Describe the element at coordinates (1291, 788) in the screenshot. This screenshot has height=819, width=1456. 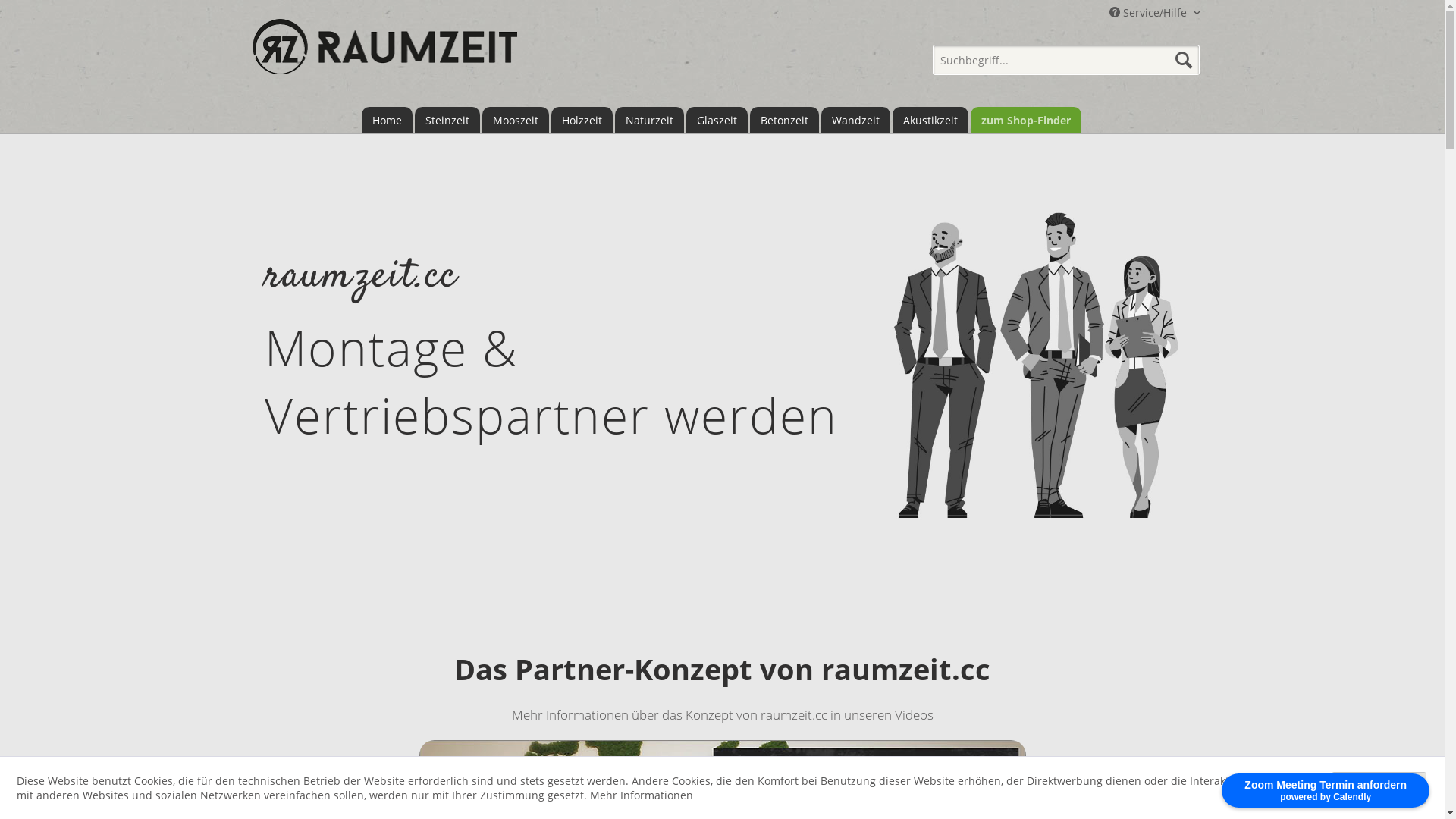
I see `'Ablehnen'` at that location.